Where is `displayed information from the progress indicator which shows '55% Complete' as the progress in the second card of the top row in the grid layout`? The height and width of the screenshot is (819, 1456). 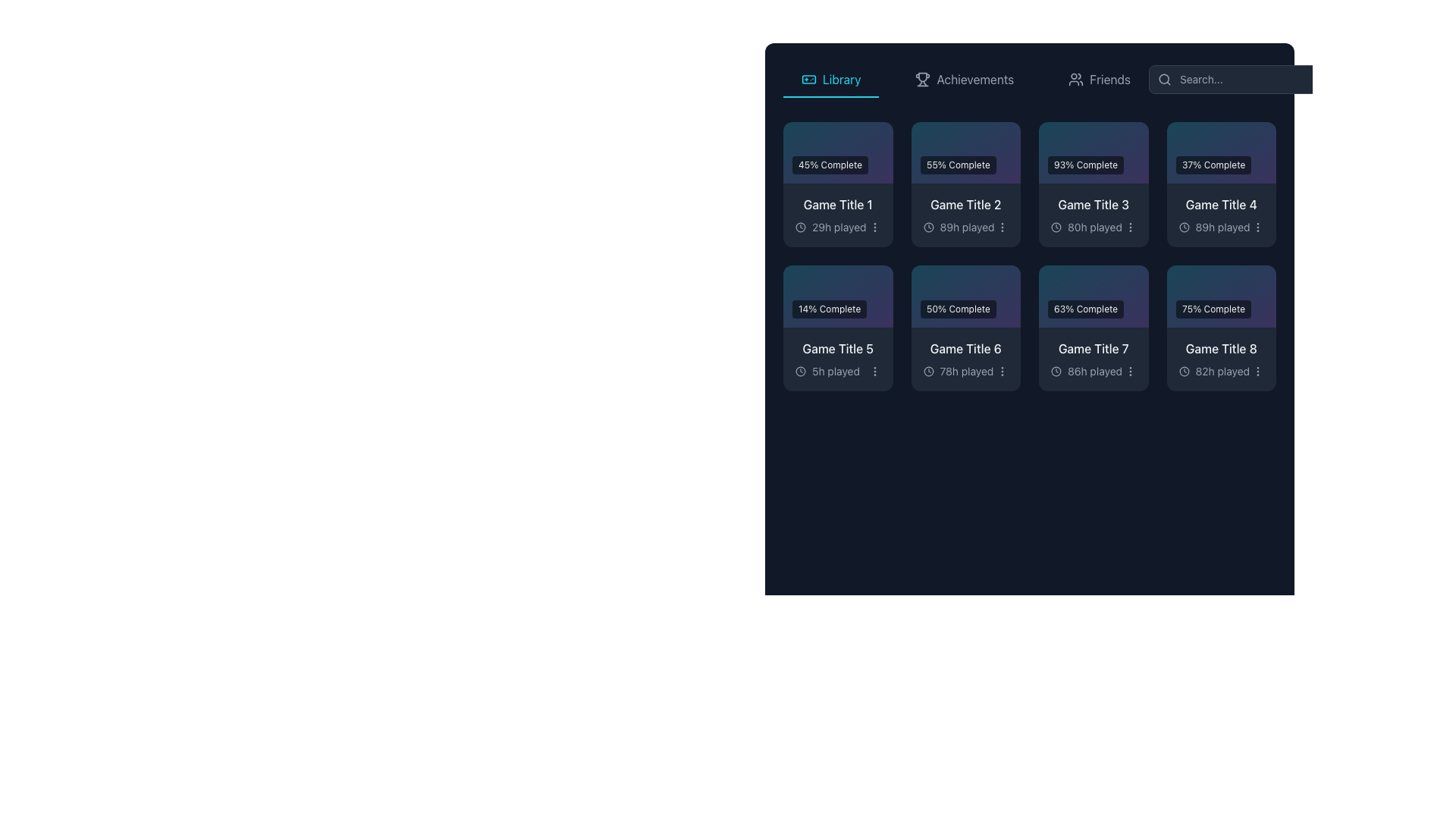 displayed information from the progress indicator which shows '55% Complete' as the progress in the second card of the top row in the grid layout is located at coordinates (965, 152).